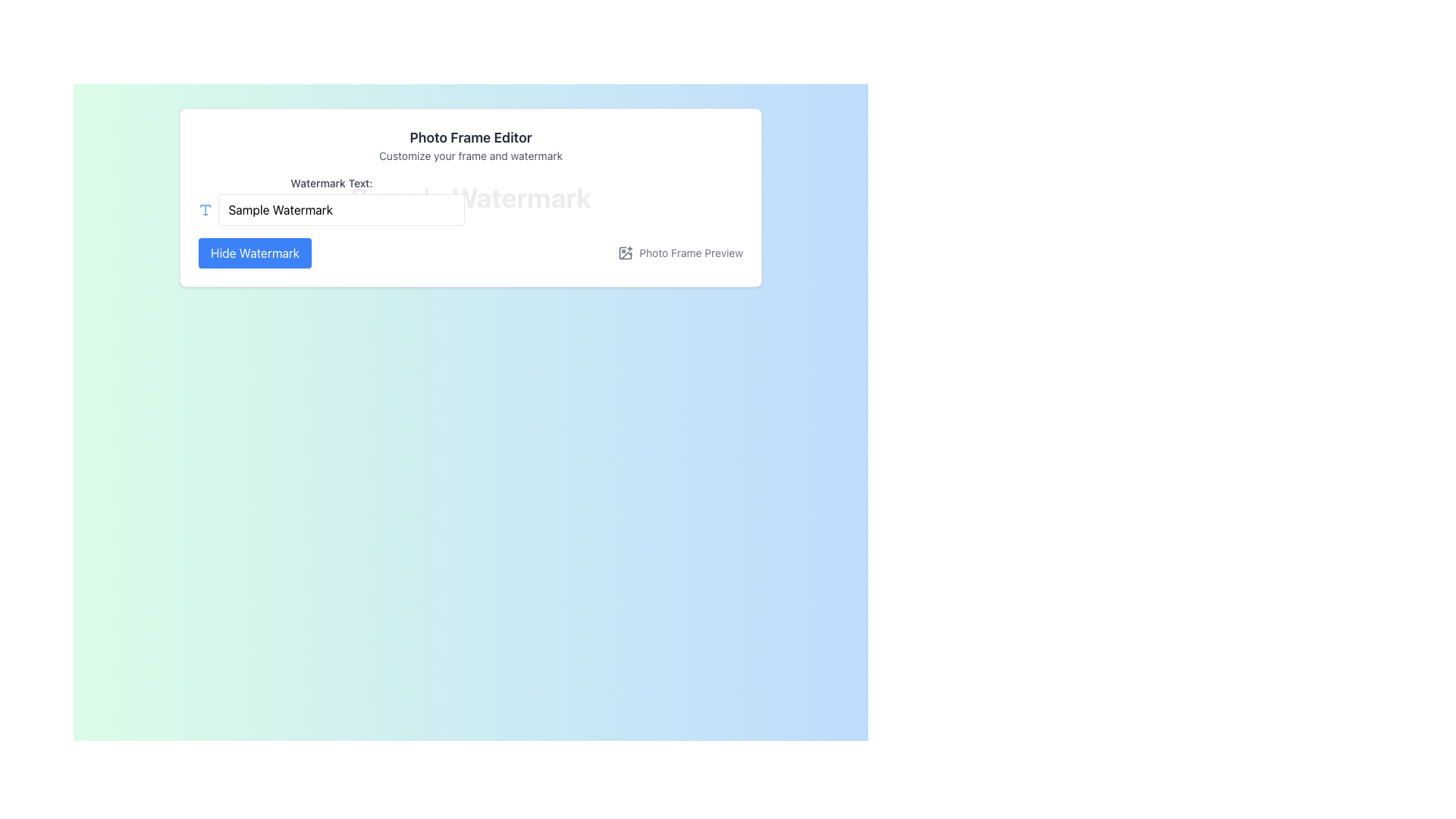 Image resolution: width=1456 pixels, height=819 pixels. I want to click on the 'Photo Frame Preview' label with icon, which features a photo frame and a plus sign, located in the 'Photo Frame Editor' section, so click(679, 253).